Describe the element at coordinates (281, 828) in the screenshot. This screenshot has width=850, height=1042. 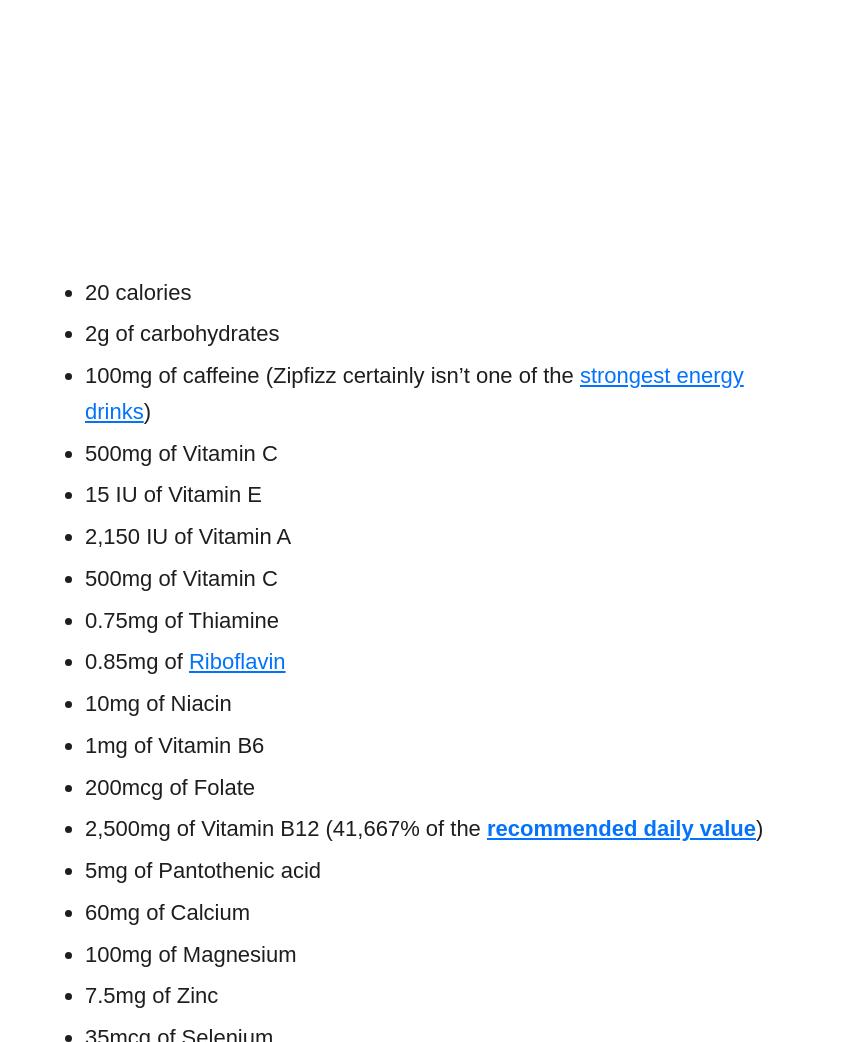
I see `'2,500mg of Vitamin B12 (41,667% of the'` at that location.